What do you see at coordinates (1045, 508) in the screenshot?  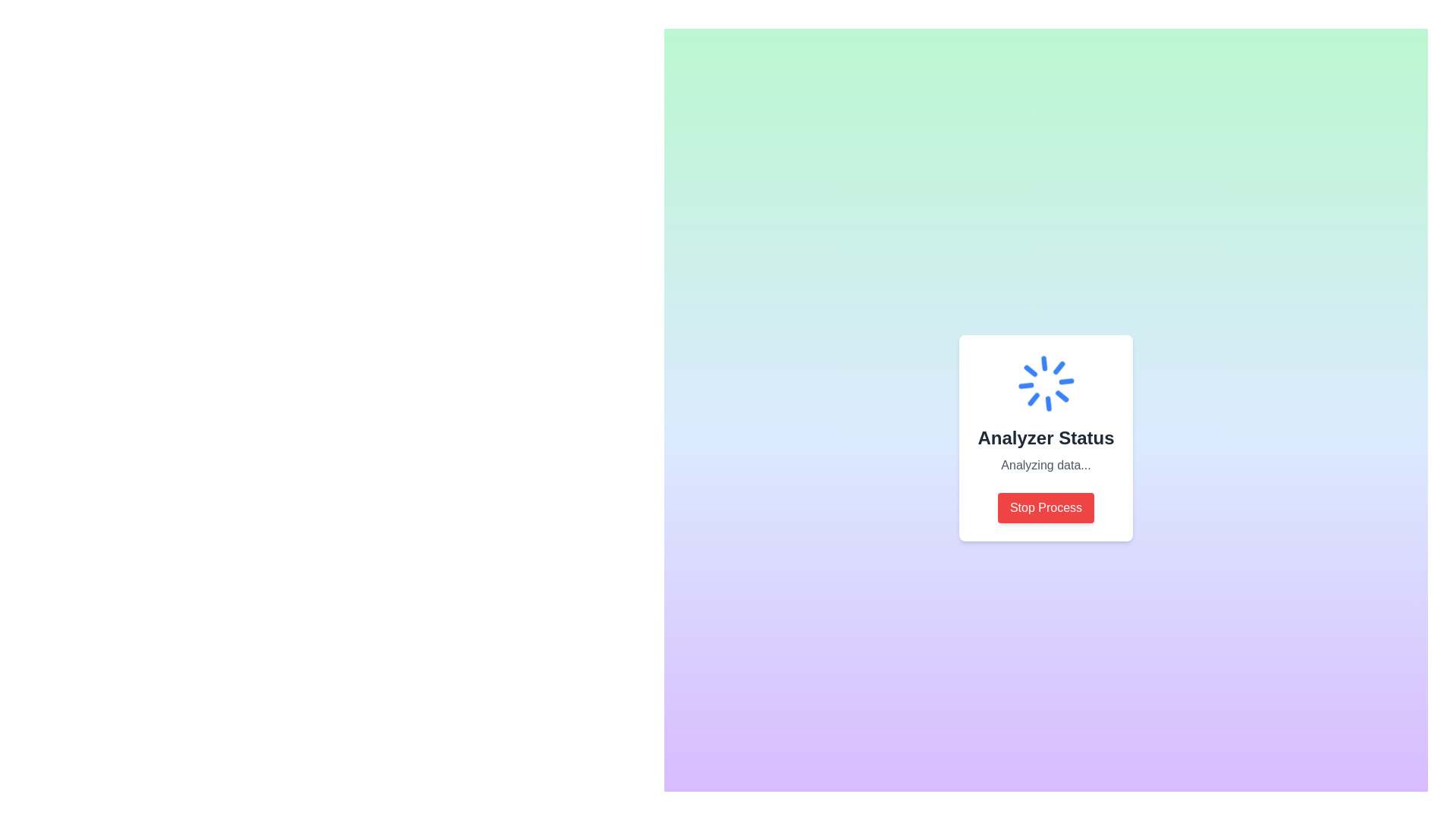 I see `the rectangular button with a red background and white text reading 'Stop Process' to trigger the hover effect` at bounding box center [1045, 508].